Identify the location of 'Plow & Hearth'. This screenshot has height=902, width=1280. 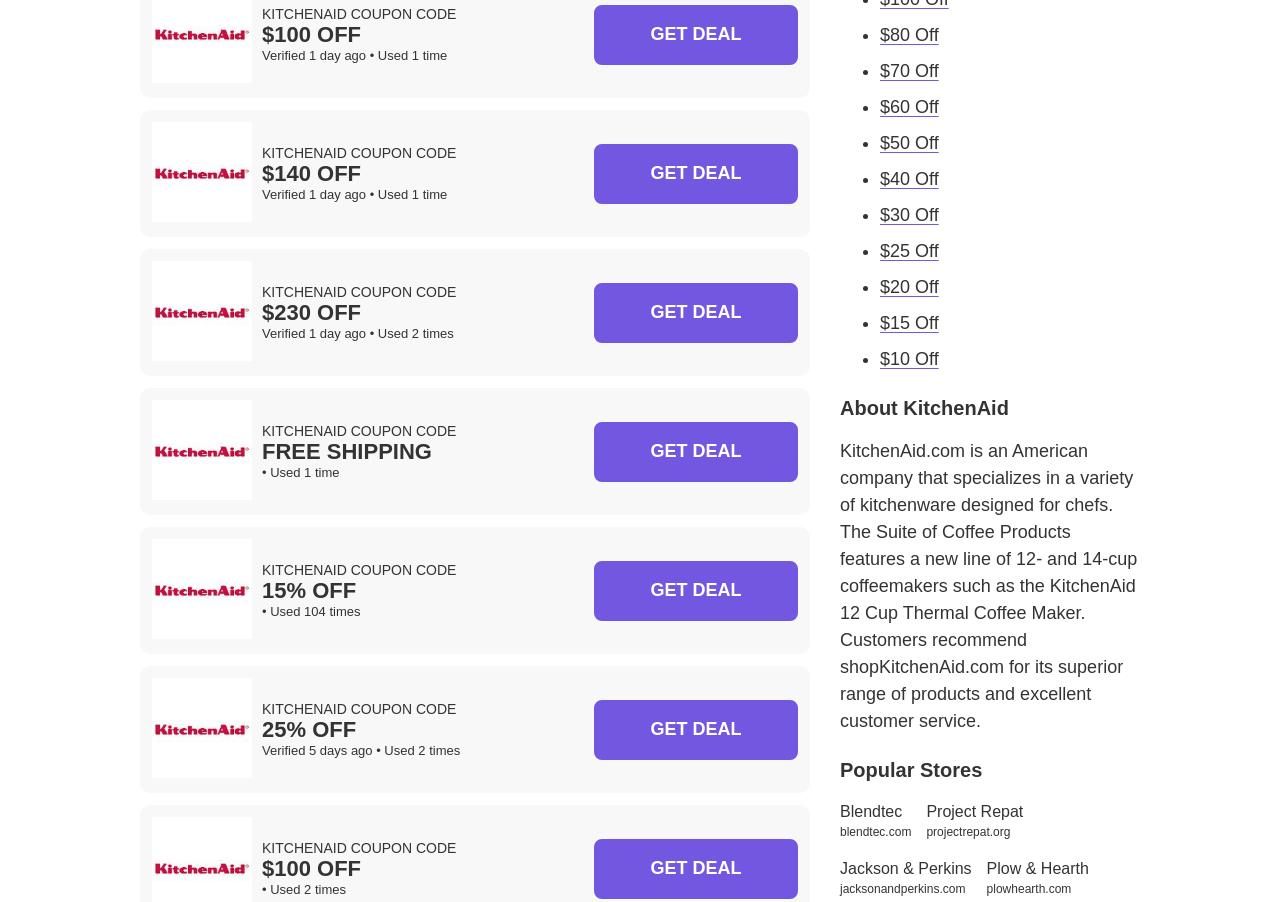
(1037, 867).